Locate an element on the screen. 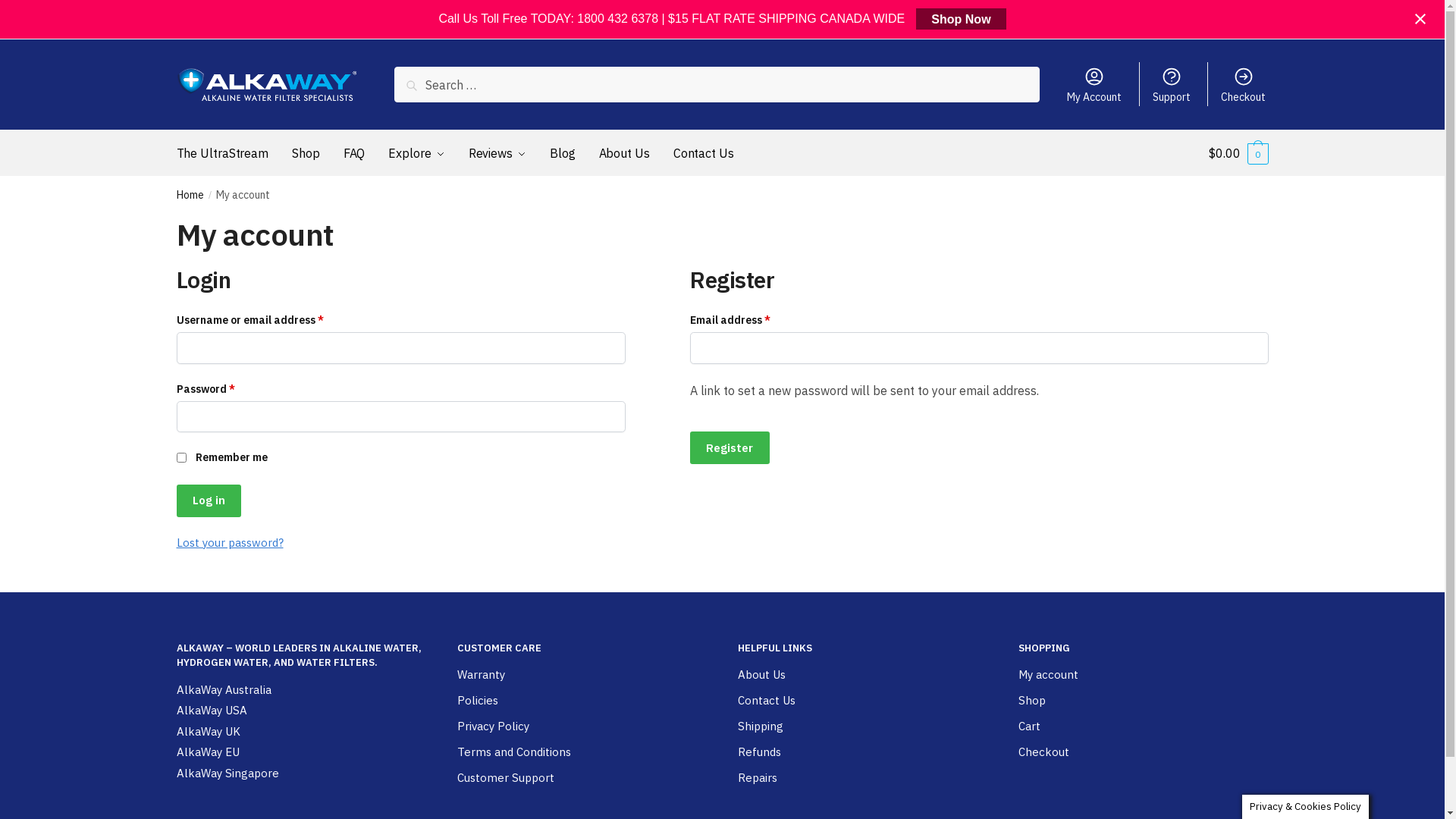 The height and width of the screenshot is (819, 1456). 'Reviews' is located at coordinates (461, 152).